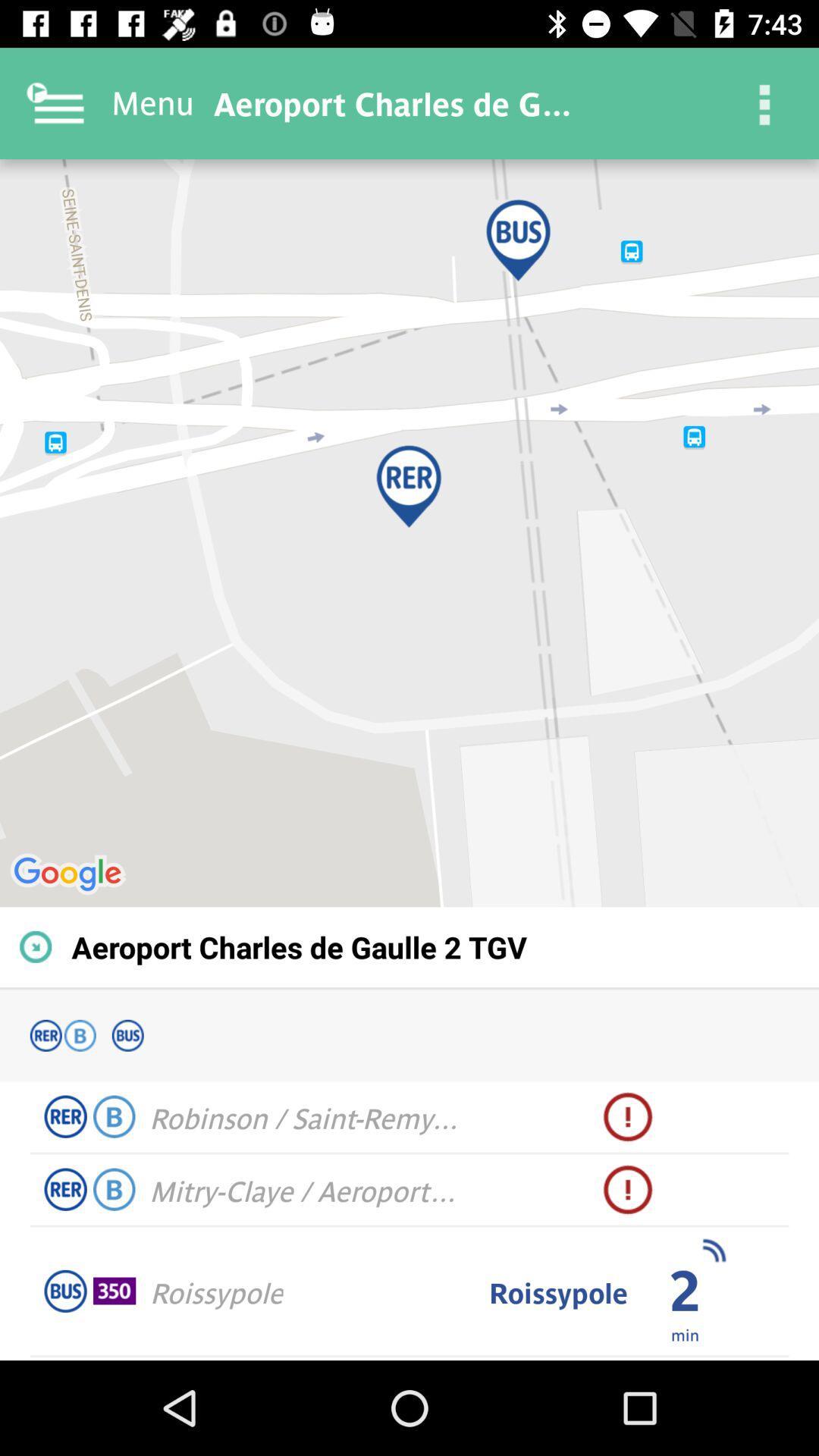  Describe the element at coordinates (628, 1189) in the screenshot. I see `the icon next to mitry claye aeroport` at that location.